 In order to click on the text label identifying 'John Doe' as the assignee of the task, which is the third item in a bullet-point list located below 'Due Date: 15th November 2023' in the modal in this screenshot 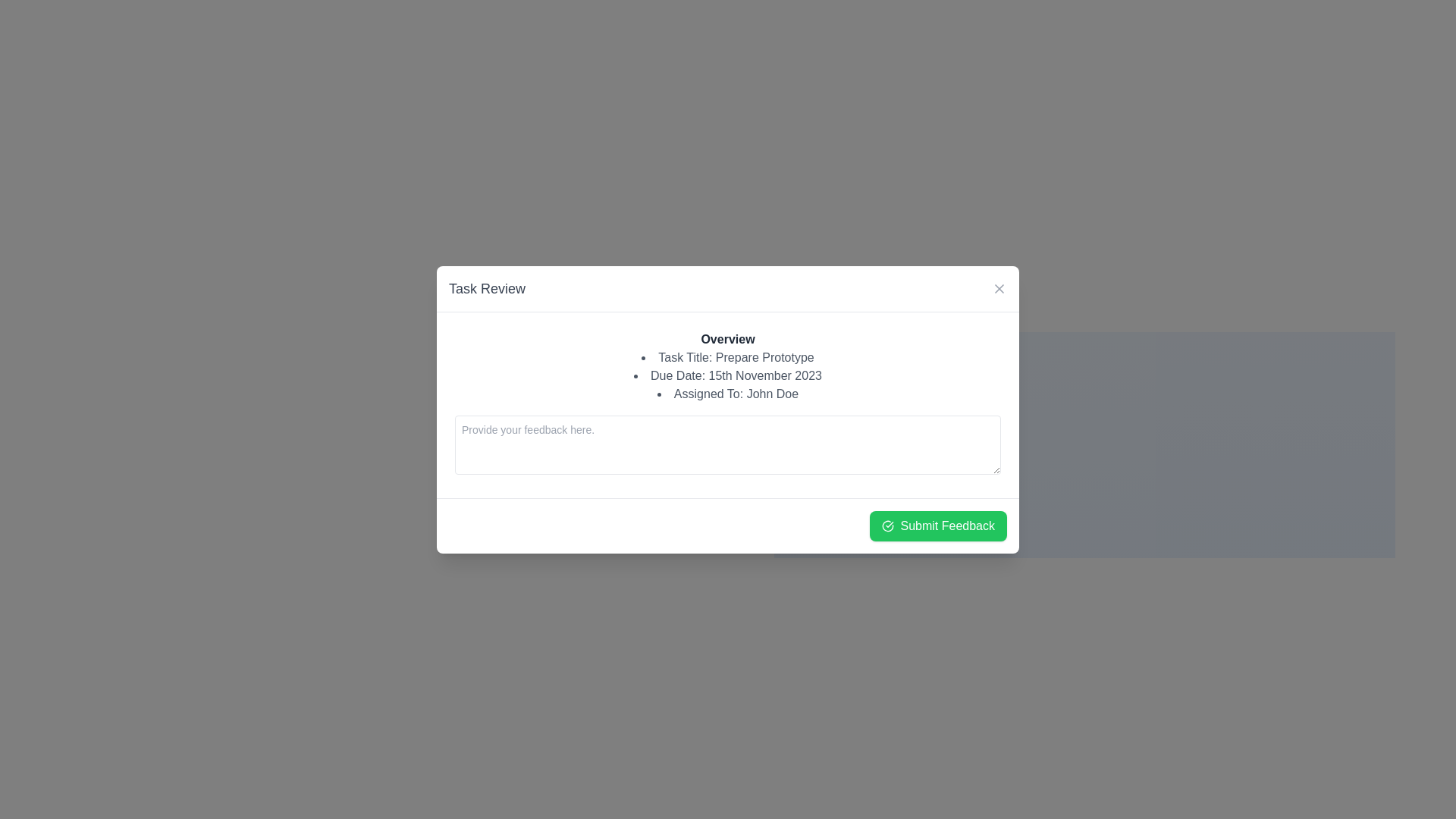, I will do `click(728, 393)`.